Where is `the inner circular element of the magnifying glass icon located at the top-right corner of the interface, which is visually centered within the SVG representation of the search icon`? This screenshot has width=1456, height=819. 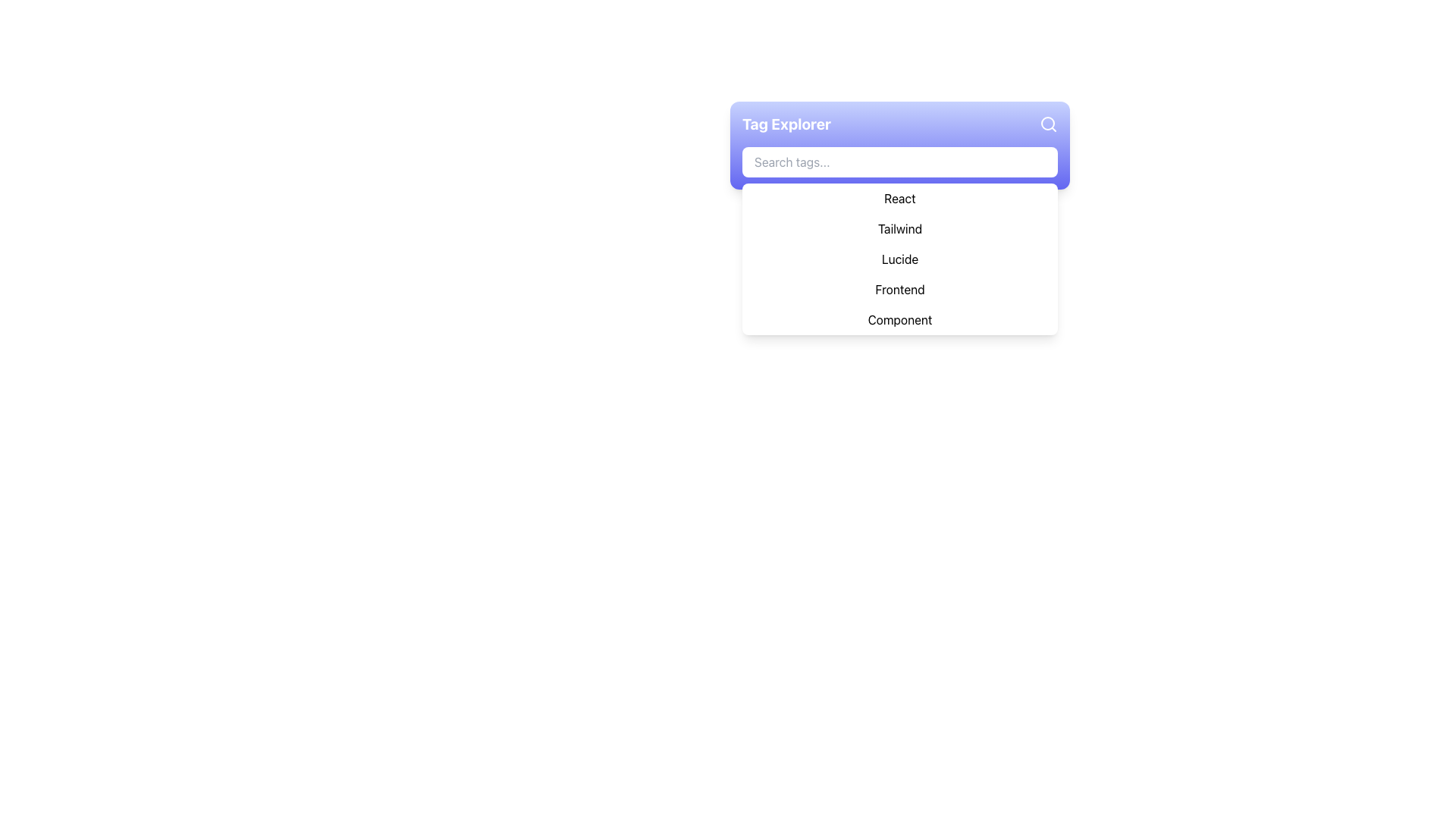
the inner circular element of the magnifying glass icon located at the top-right corner of the interface, which is visually centered within the SVG representation of the search icon is located at coordinates (1047, 122).